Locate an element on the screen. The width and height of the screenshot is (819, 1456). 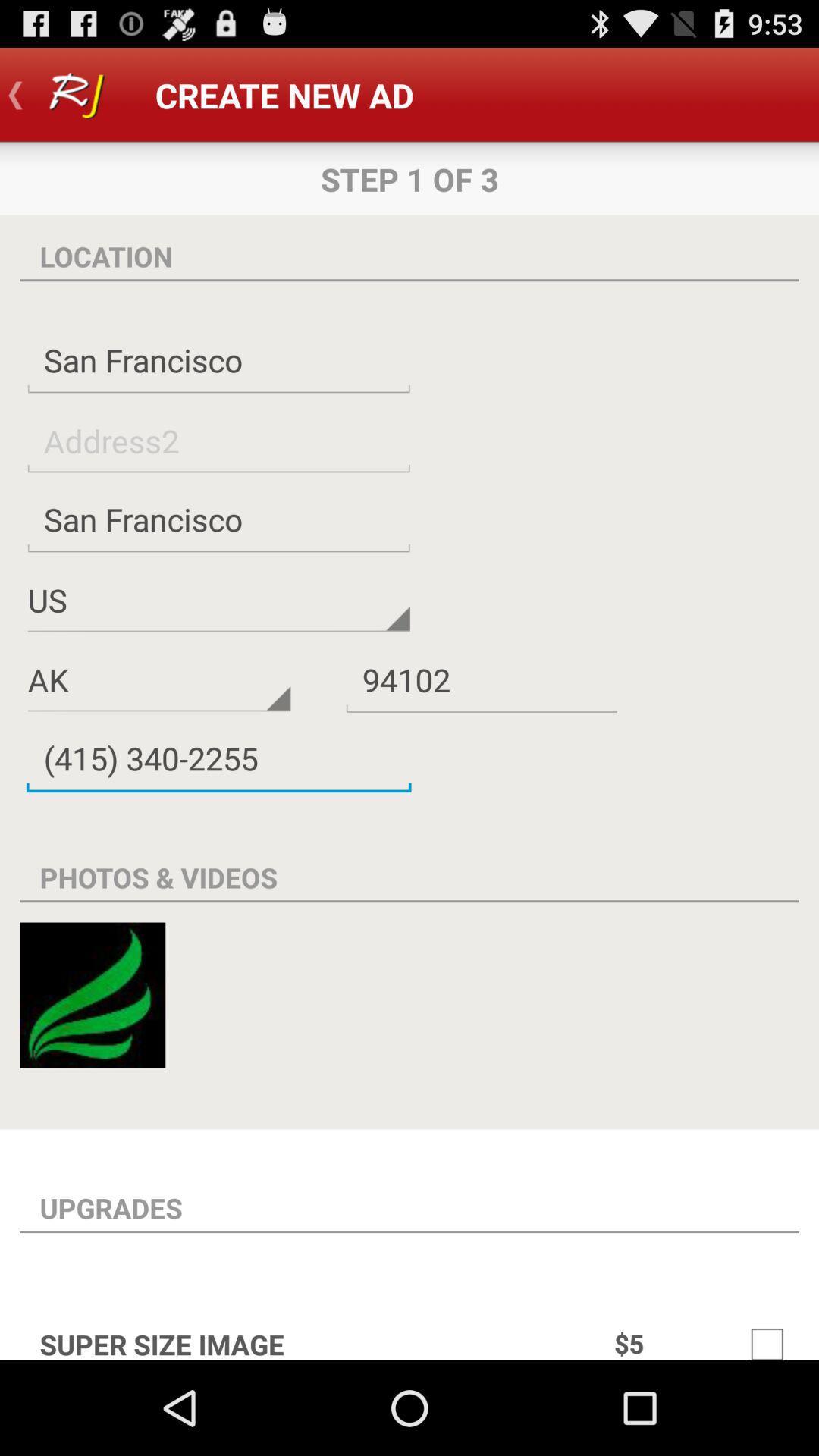
mark to select is located at coordinates (767, 1336).